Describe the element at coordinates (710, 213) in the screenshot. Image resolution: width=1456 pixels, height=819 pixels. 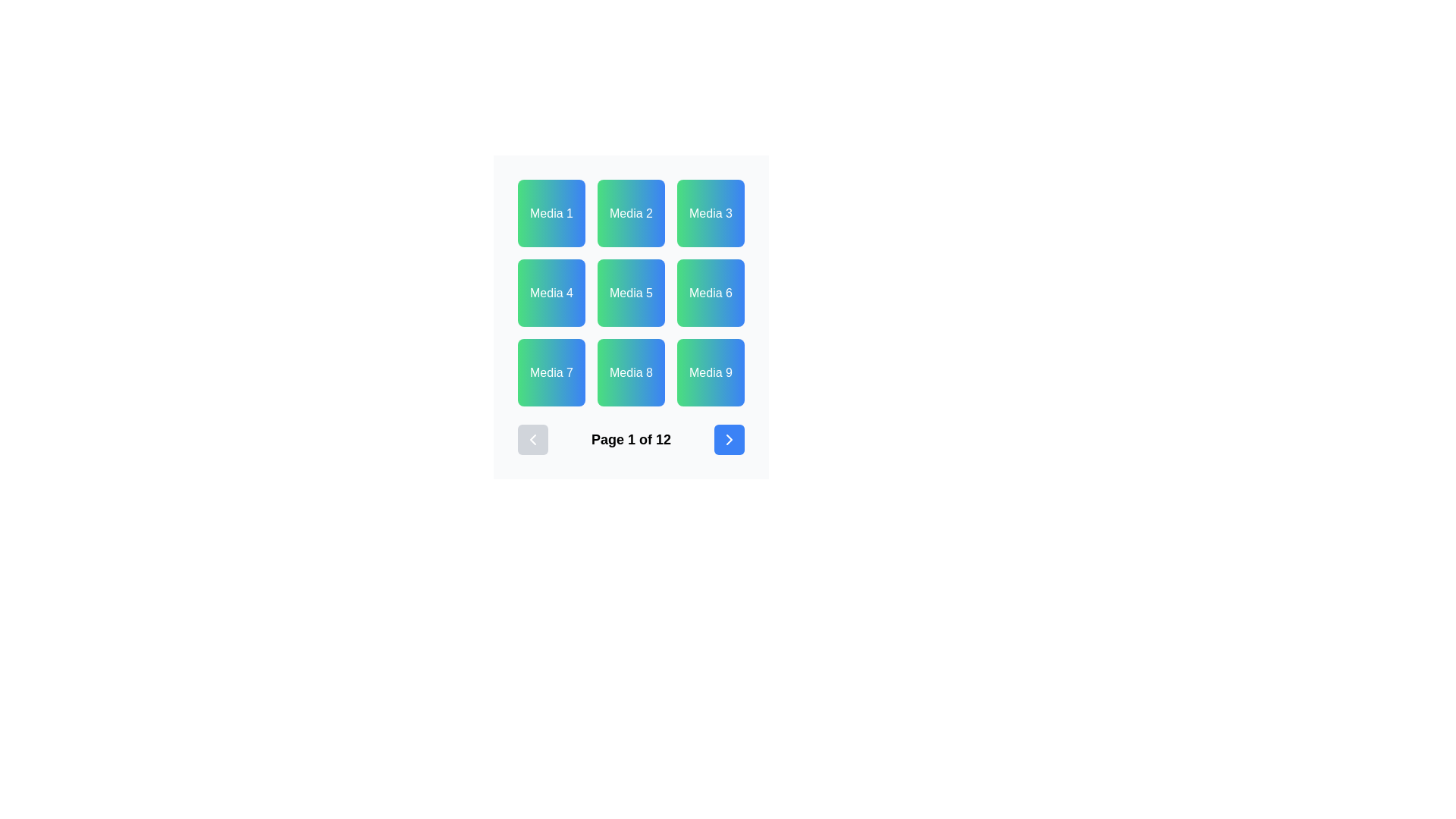
I see `the 'Media 3' button, which is a square-shaped tile with rounded corners, featuring a gradient background from green to blue and white centered text` at that location.